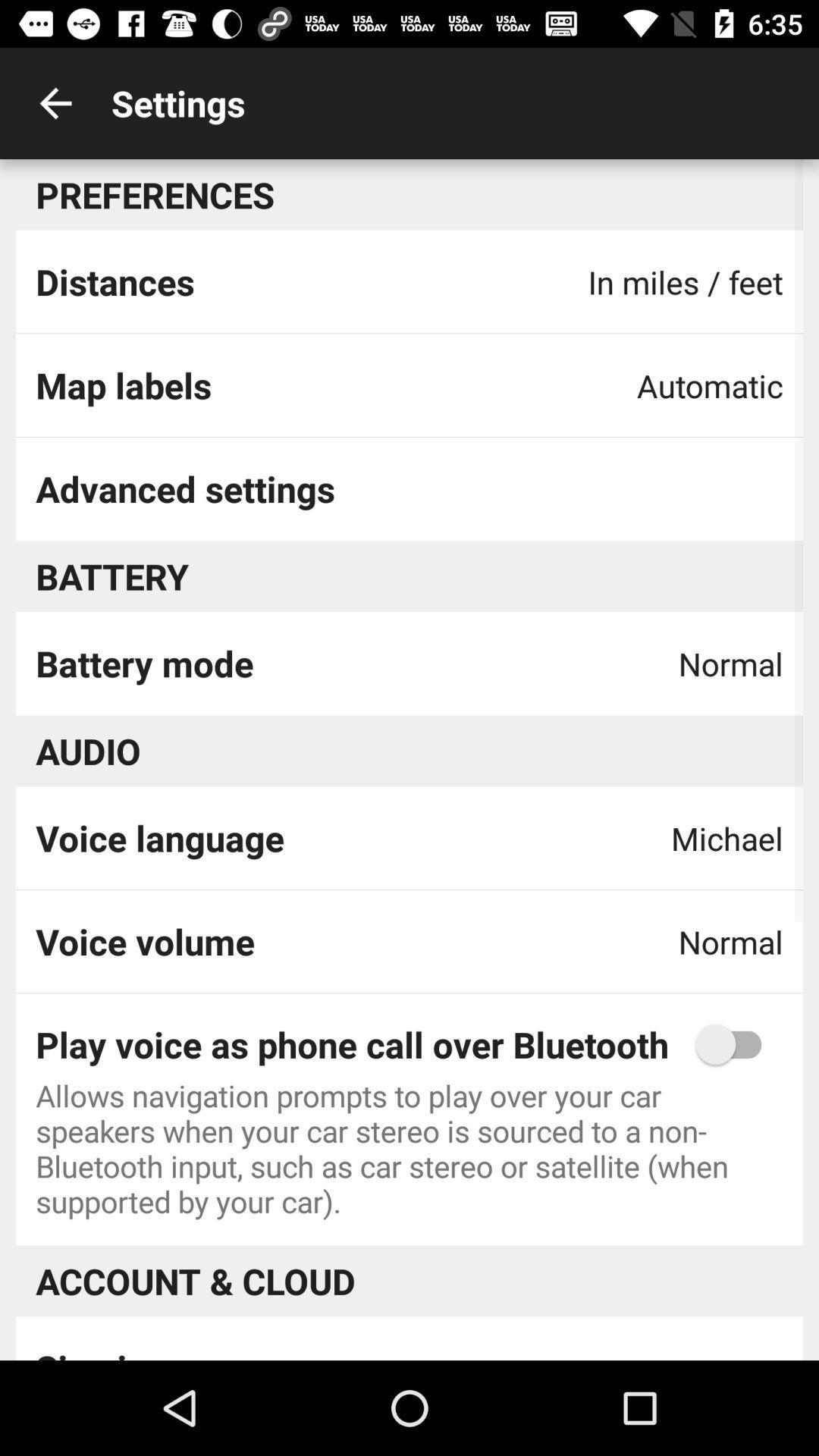 The image size is (819, 1456). Describe the element at coordinates (55, 102) in the screenshot. I see `the item next to the settings item` at that location.